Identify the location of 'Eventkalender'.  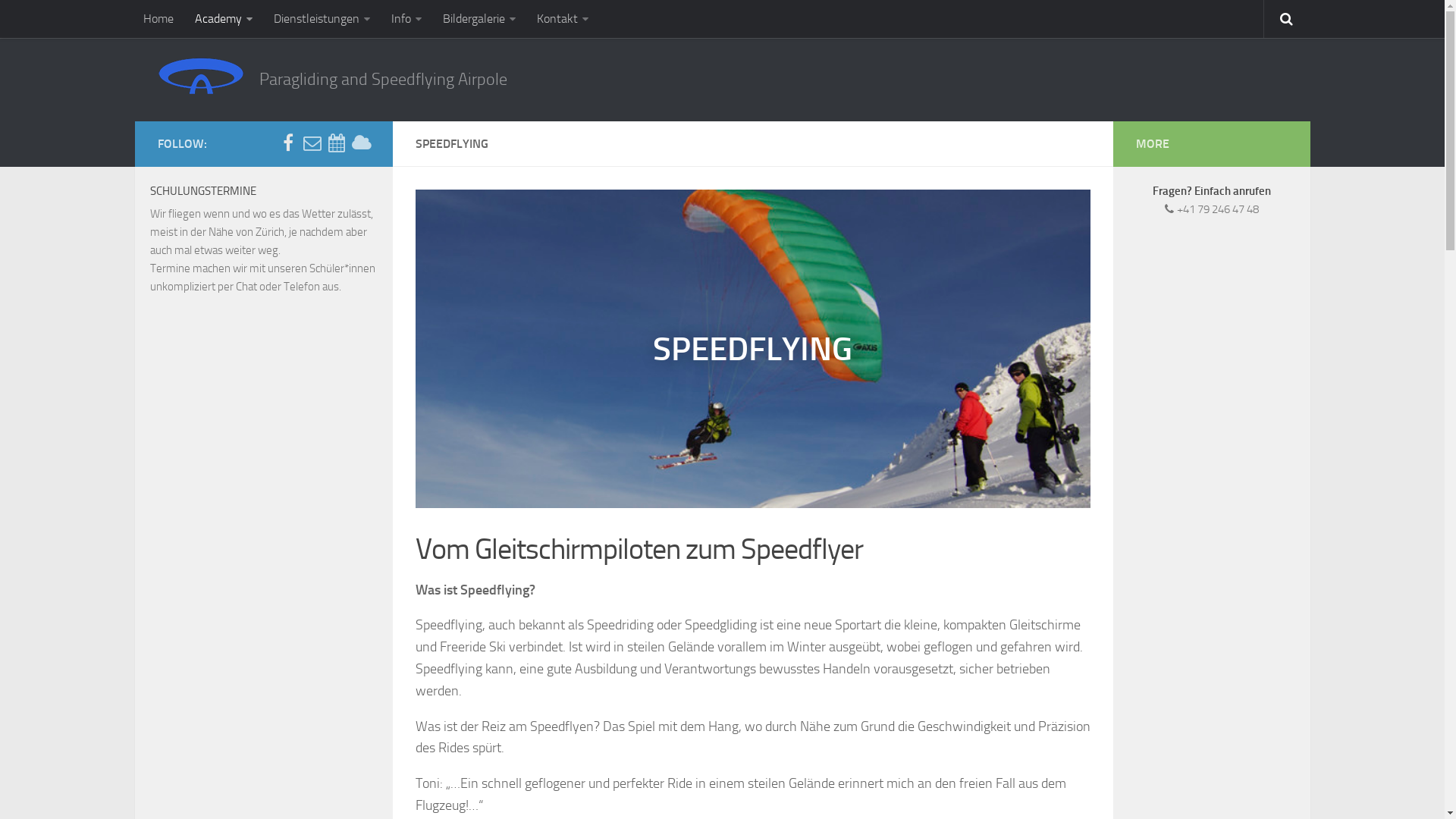
(336, 143).